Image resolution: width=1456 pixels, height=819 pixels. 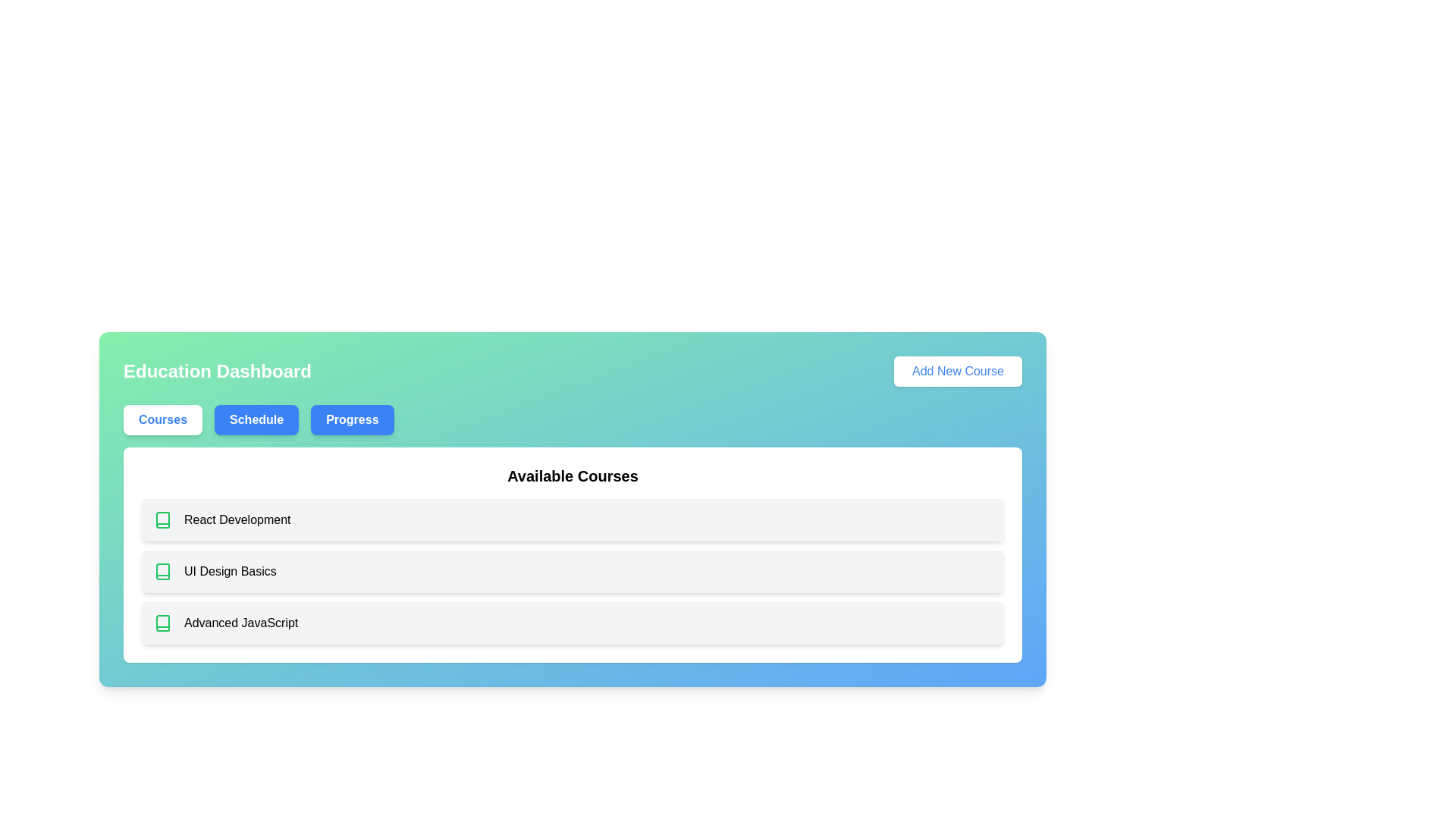 I want to click on the text label displaying 'React Development' which is located to the right of a green book icon within a light gray card background, so click(x=237, y=519).